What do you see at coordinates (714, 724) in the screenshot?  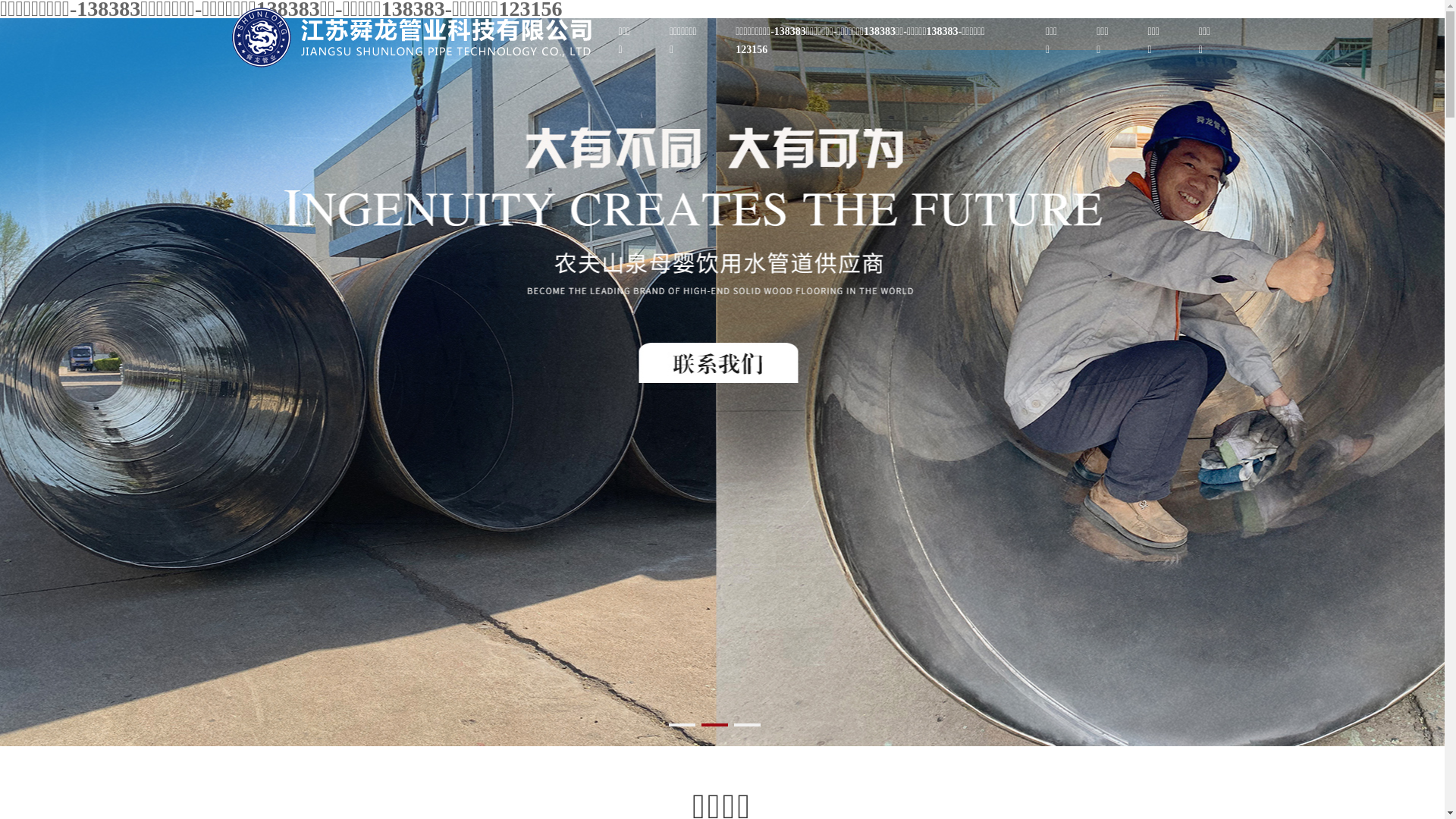 I see `'2'` at bounding box center [714, 724].